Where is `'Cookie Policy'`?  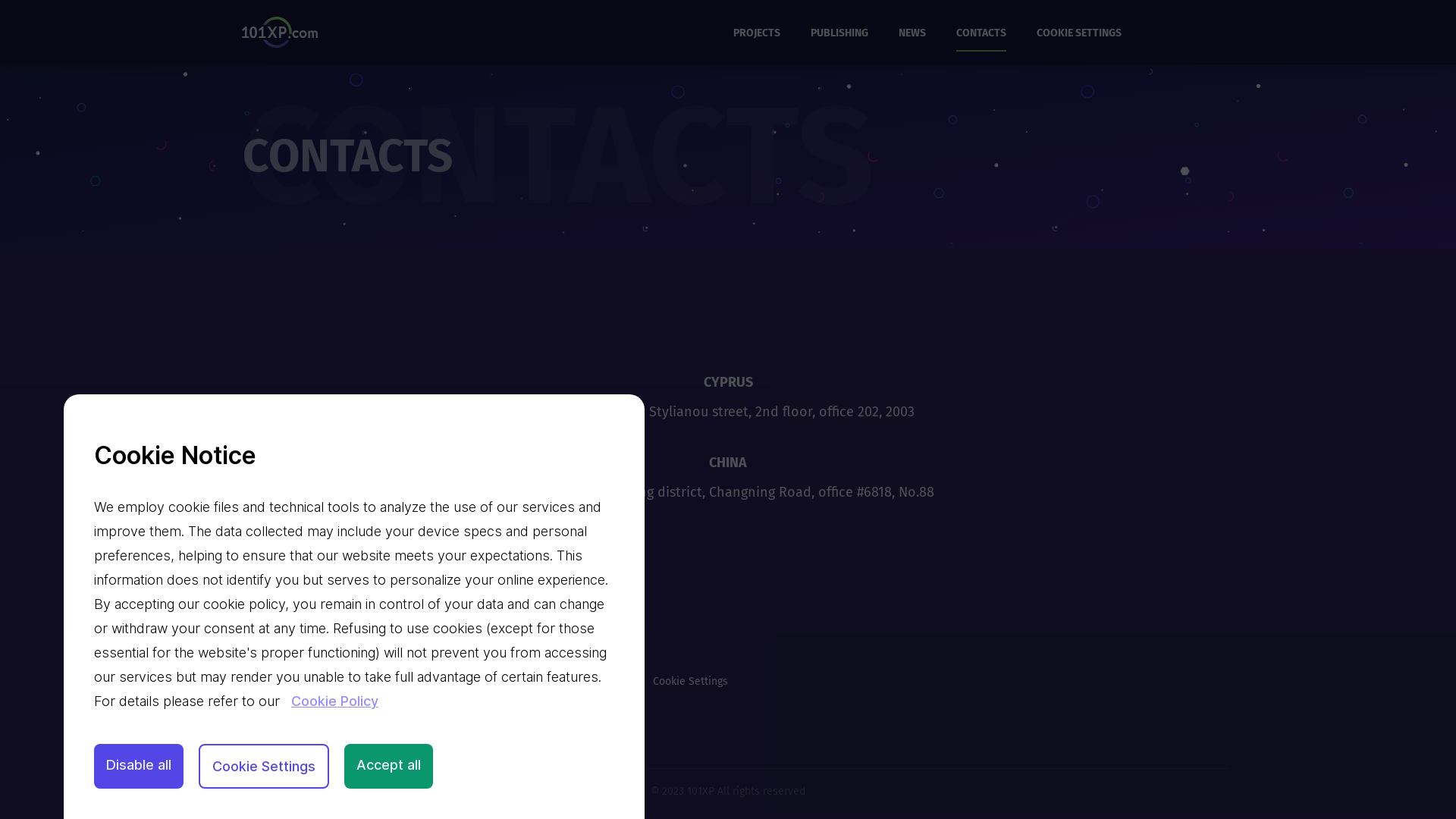 'Cookie Policy' is located at coordinates (334, 701).